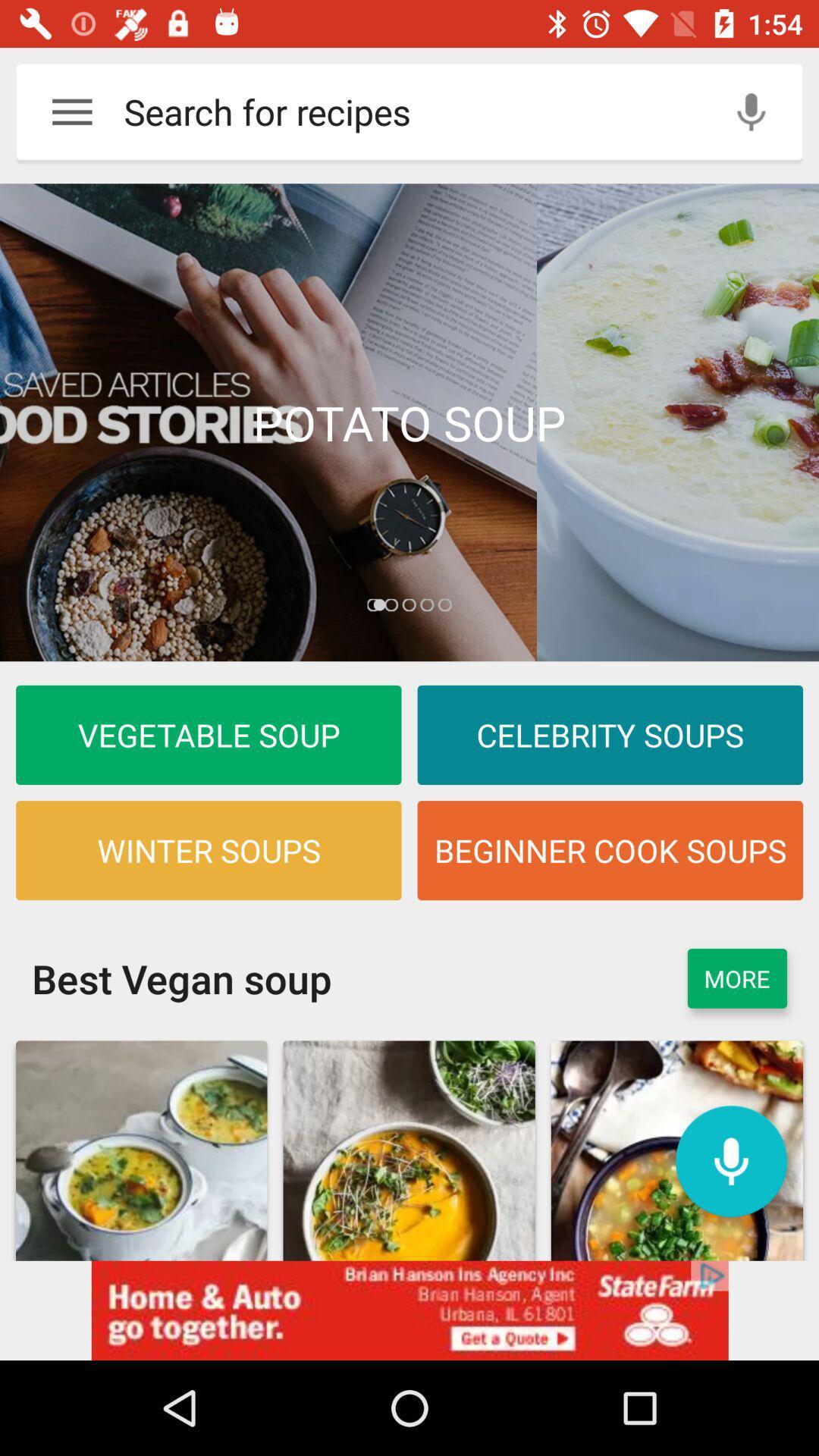 The width and height of the screenshot is (819, 1456). What do you see at coordinates (751, 111) in the screenshot?
I see `microphone search` at bounding box center [751, 111].